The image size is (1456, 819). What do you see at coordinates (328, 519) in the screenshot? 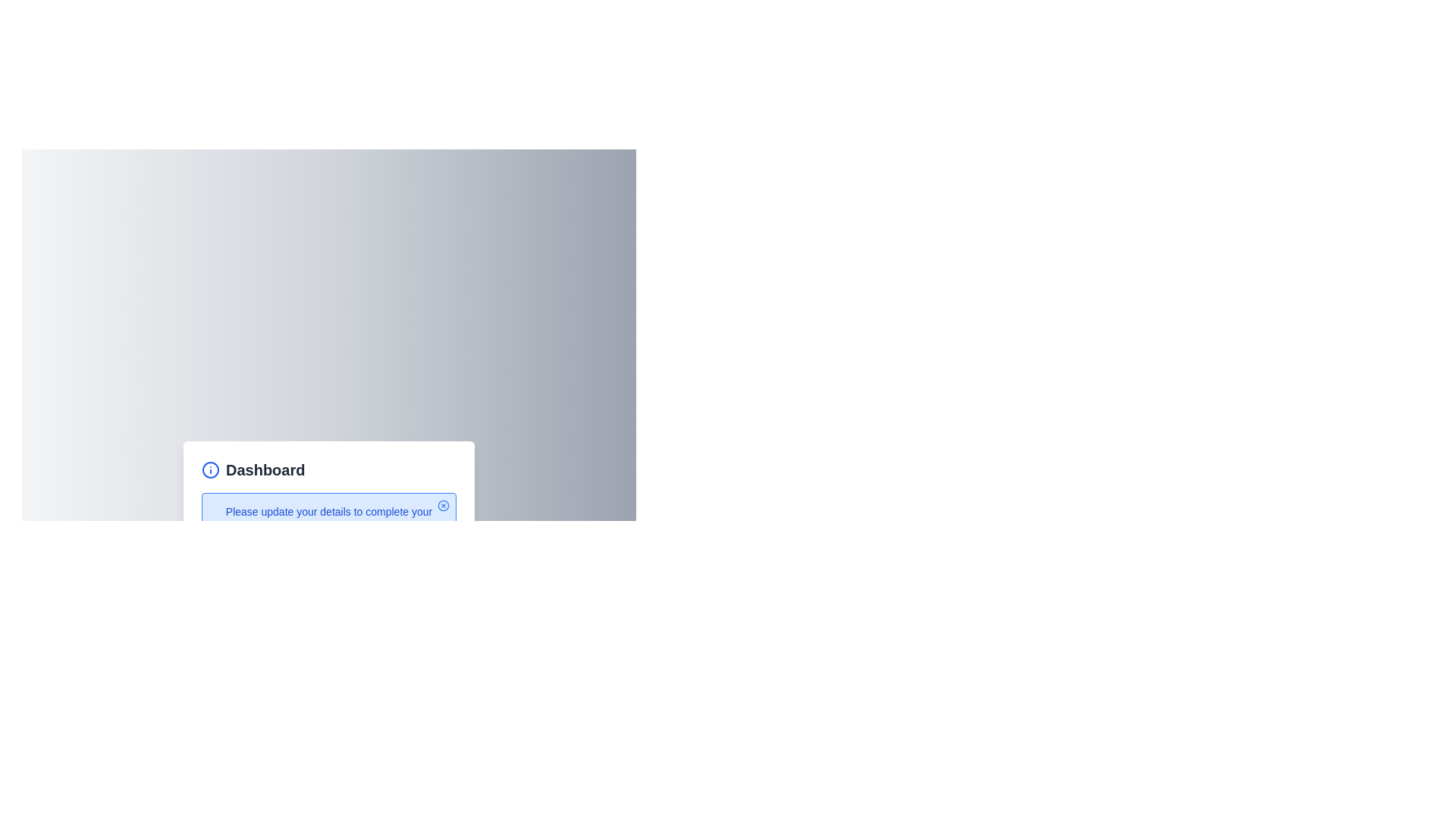
I see `the Notification box that prompts the user to update their details for completing their profile setup, located within a card on the dashboard UI` at bounding box center [328, 519].